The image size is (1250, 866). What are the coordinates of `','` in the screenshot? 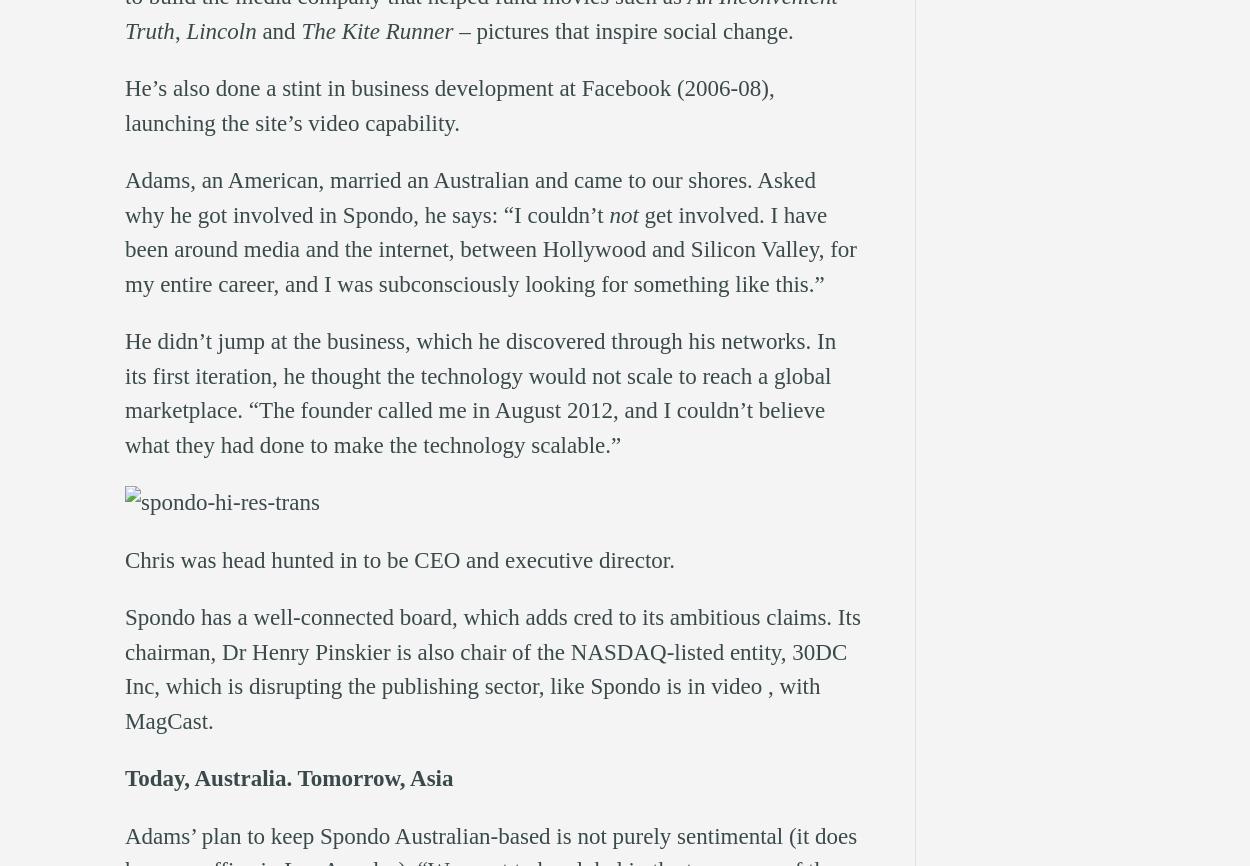 It's located at (180, 30).